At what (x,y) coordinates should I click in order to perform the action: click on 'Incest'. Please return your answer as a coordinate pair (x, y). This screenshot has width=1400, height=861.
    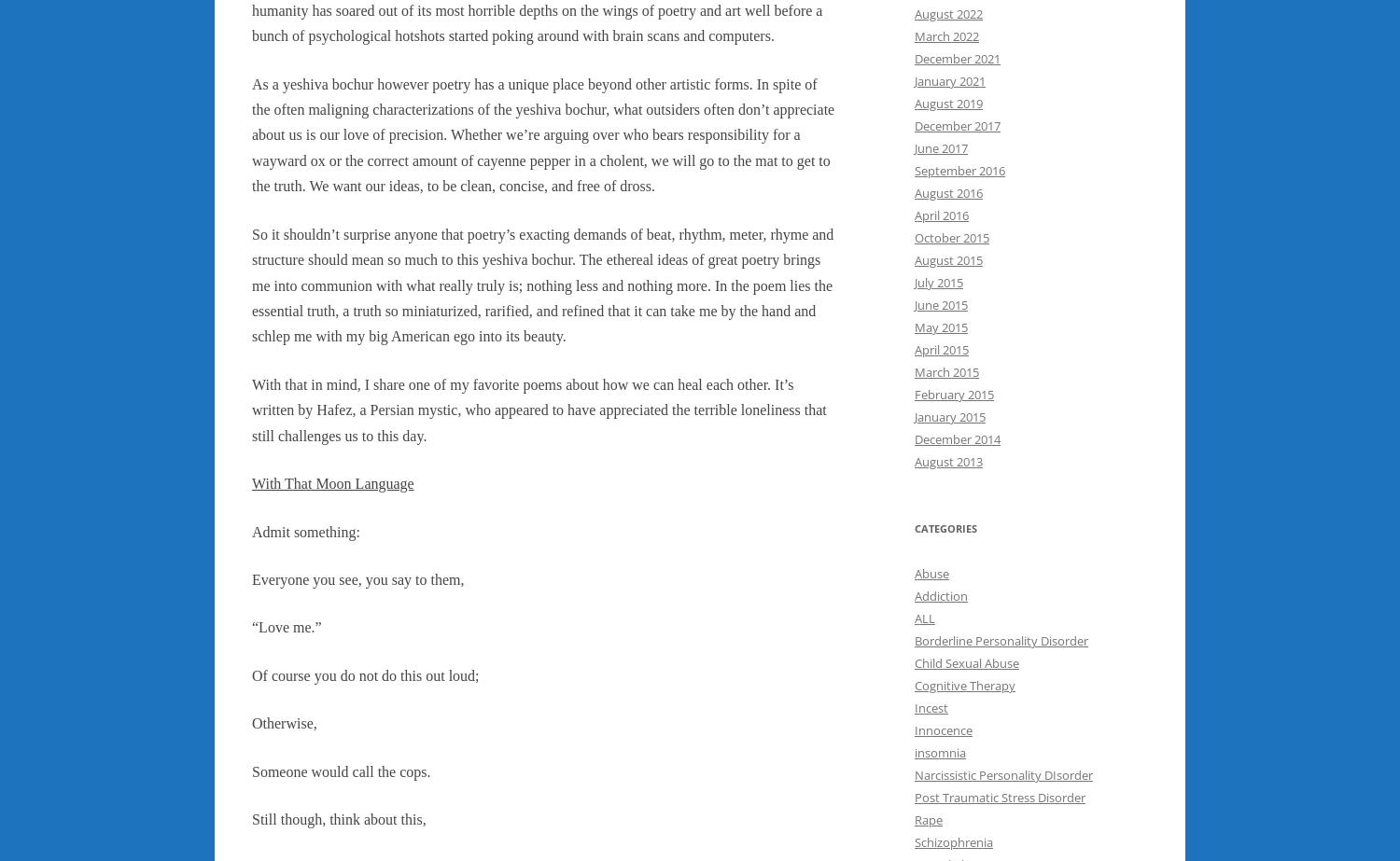
    Looking at the image, I should click on (930, 706).